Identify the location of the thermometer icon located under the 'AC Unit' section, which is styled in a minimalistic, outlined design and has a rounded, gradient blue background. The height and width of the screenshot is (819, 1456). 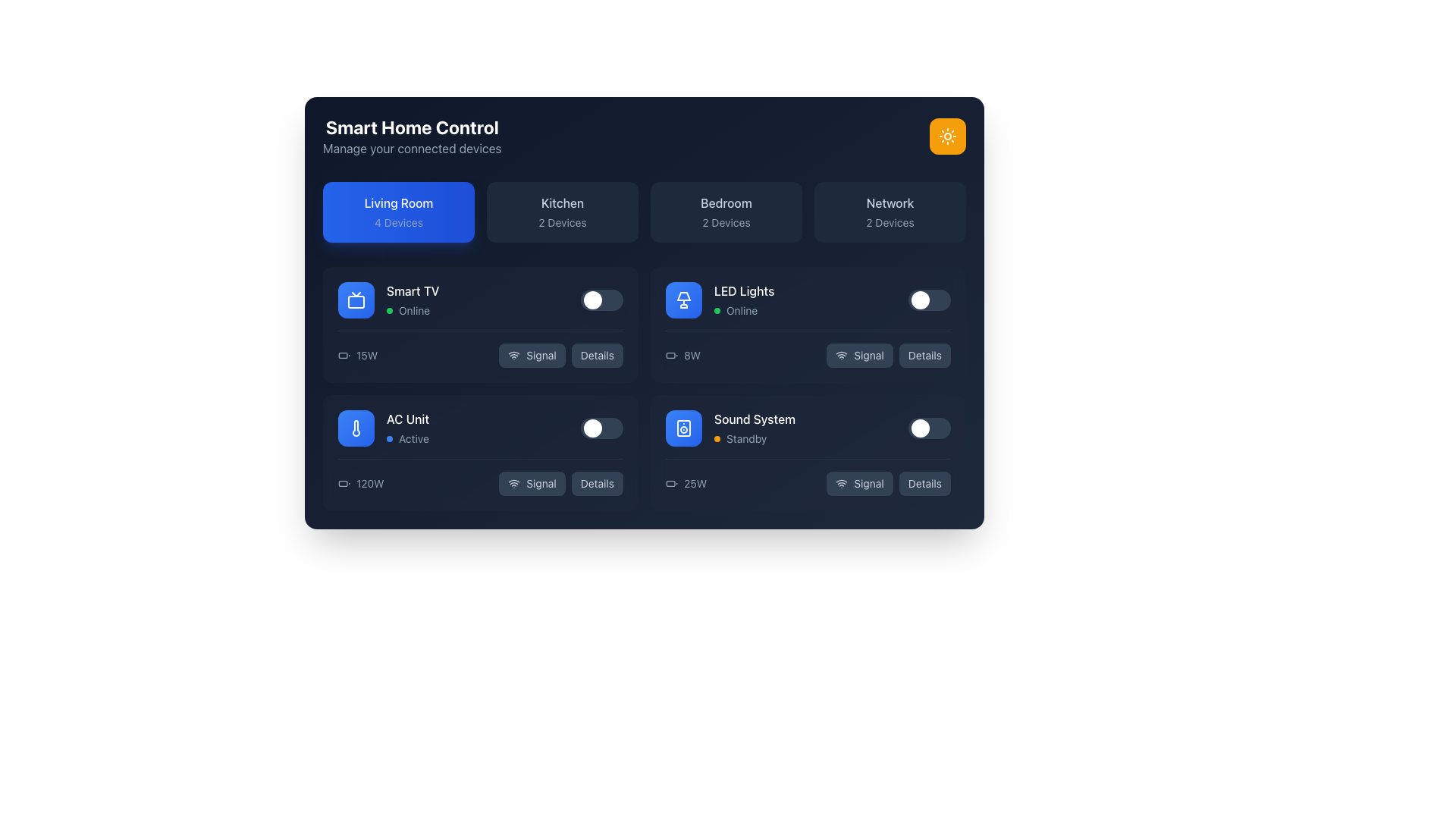
(356, 428).